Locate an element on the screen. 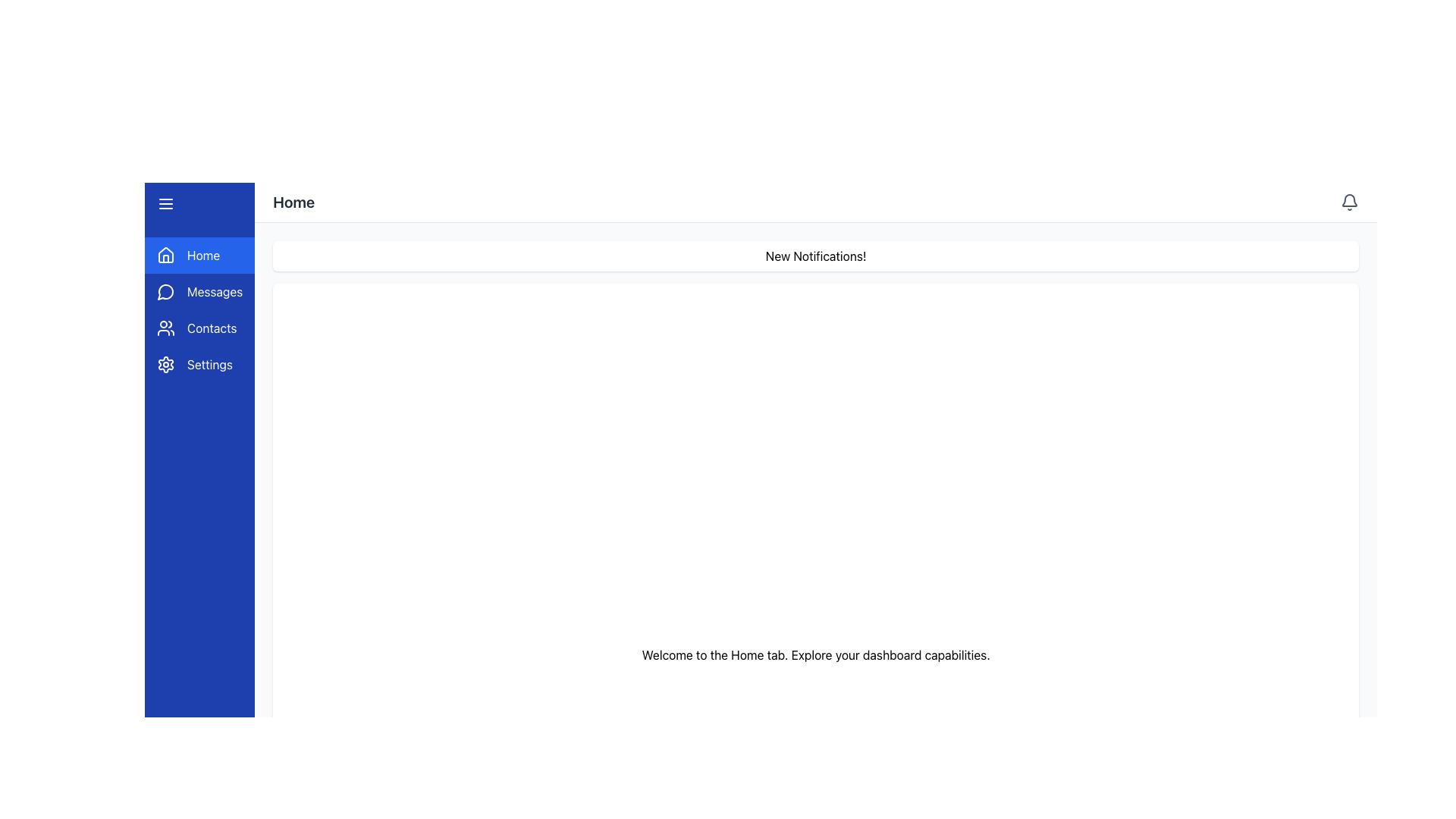 Image resolution: width=1456 pixels, height=819 pixels. the 'Messages' text label, which is the second item is located at coordinates (214, 292).